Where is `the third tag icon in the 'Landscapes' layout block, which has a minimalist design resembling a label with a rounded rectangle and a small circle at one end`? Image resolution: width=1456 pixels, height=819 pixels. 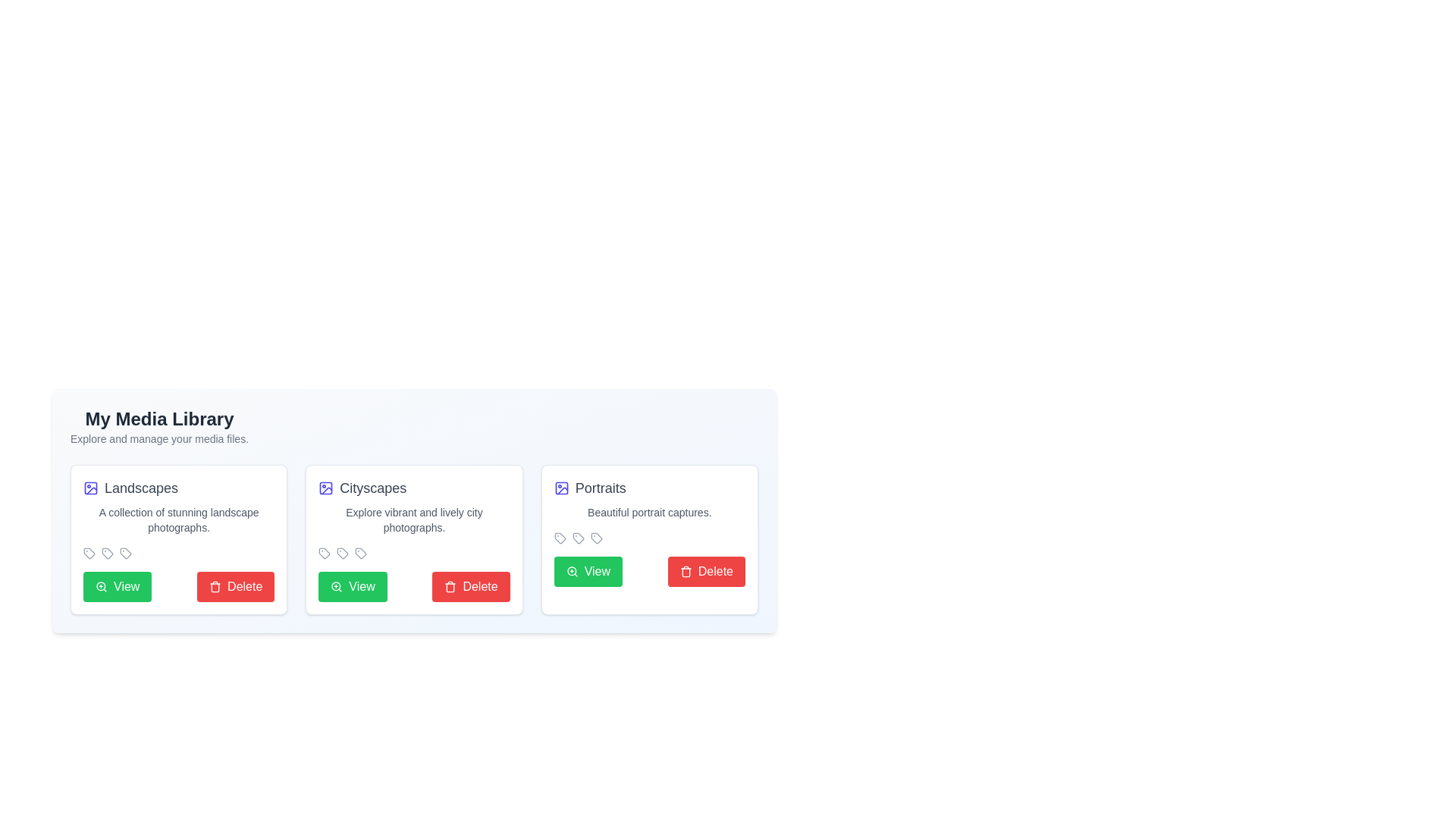
the third tag icon in the 'Landscapes' layout block, which has a minimalist design resembling a label with a rounded rectangle and a small circle at one end is located at coordinates (126, 553).